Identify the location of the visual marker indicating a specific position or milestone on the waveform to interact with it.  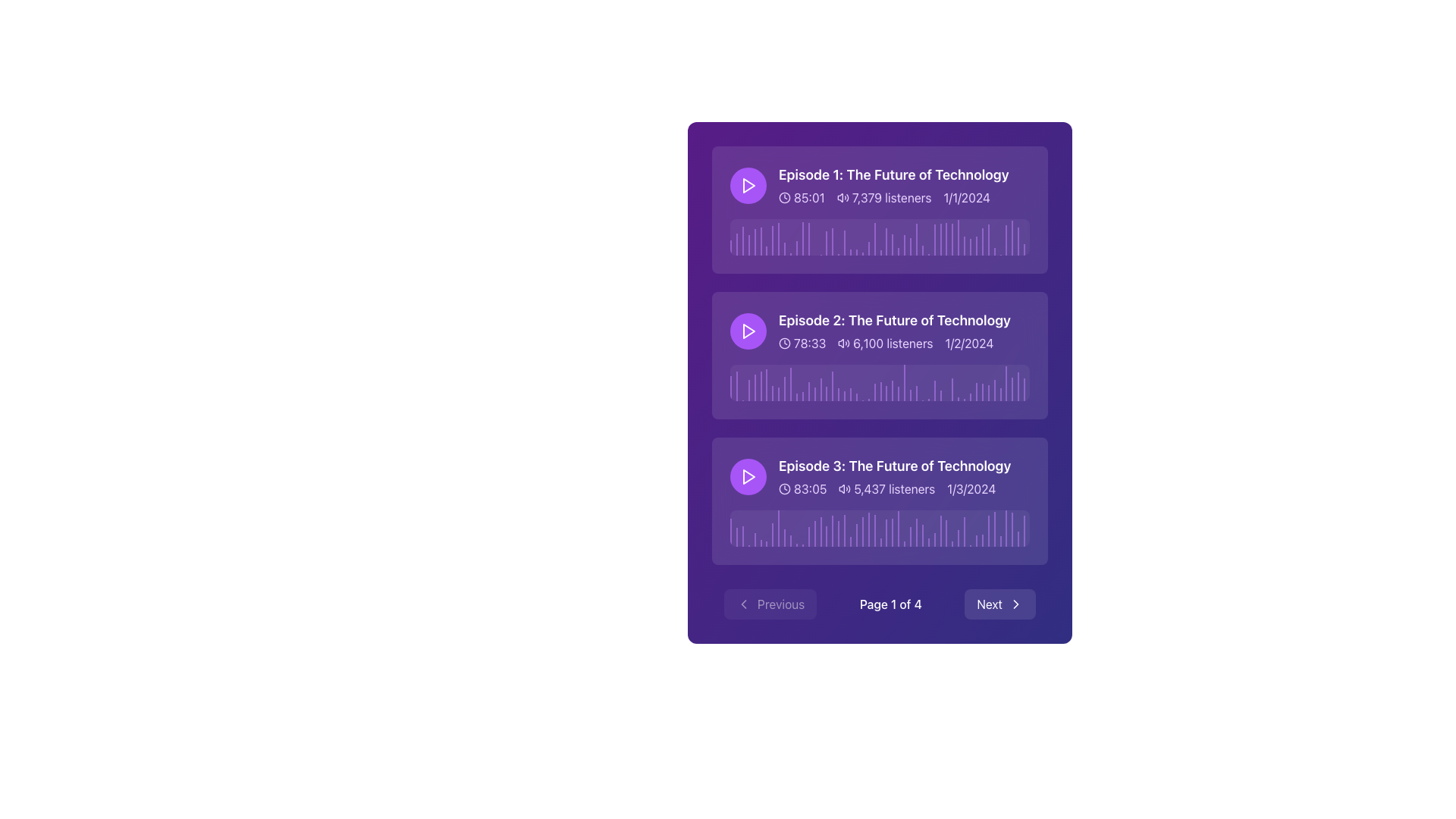
(874, 239).